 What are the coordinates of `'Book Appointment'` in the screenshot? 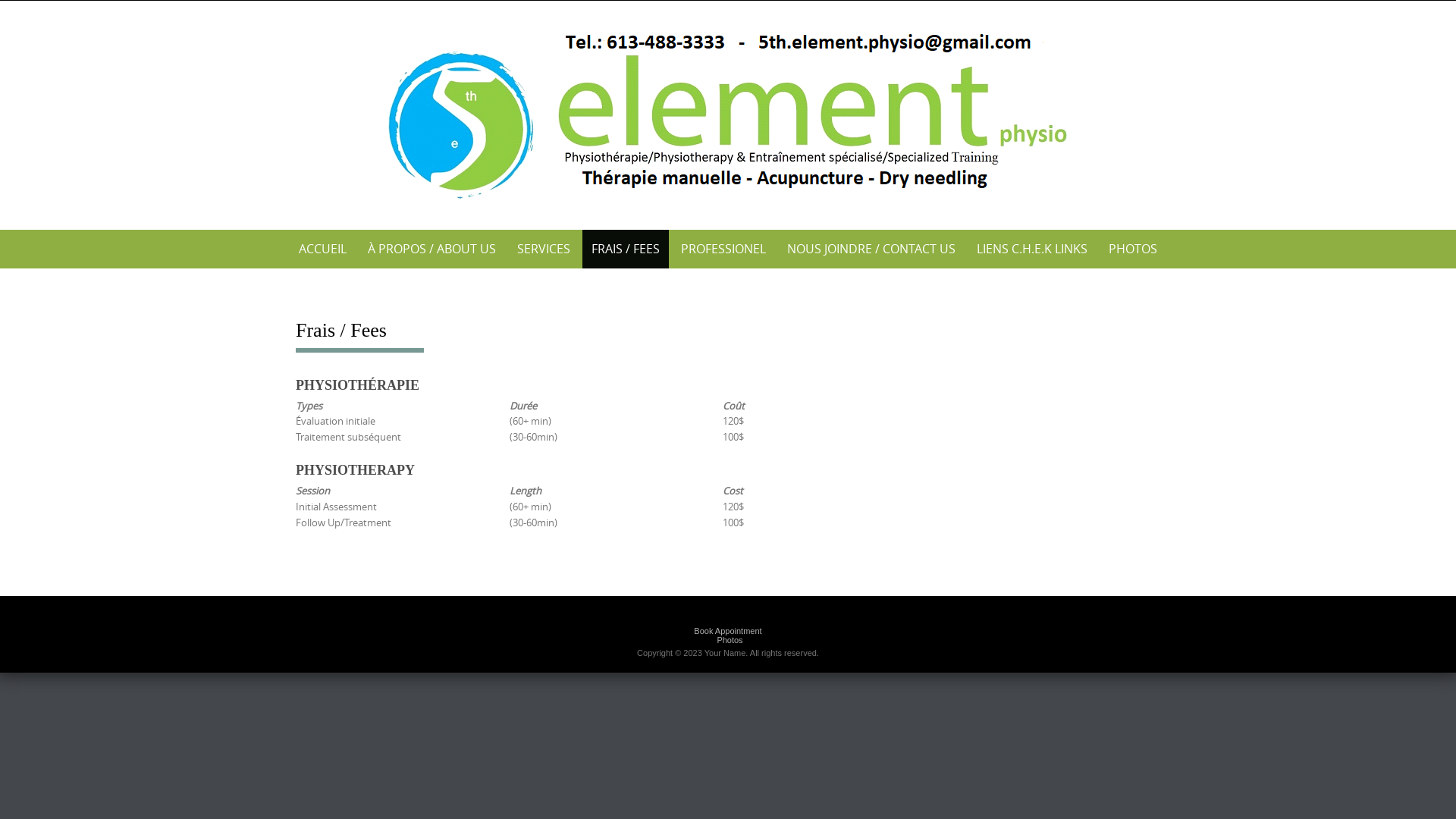 It's located at (726, 631).